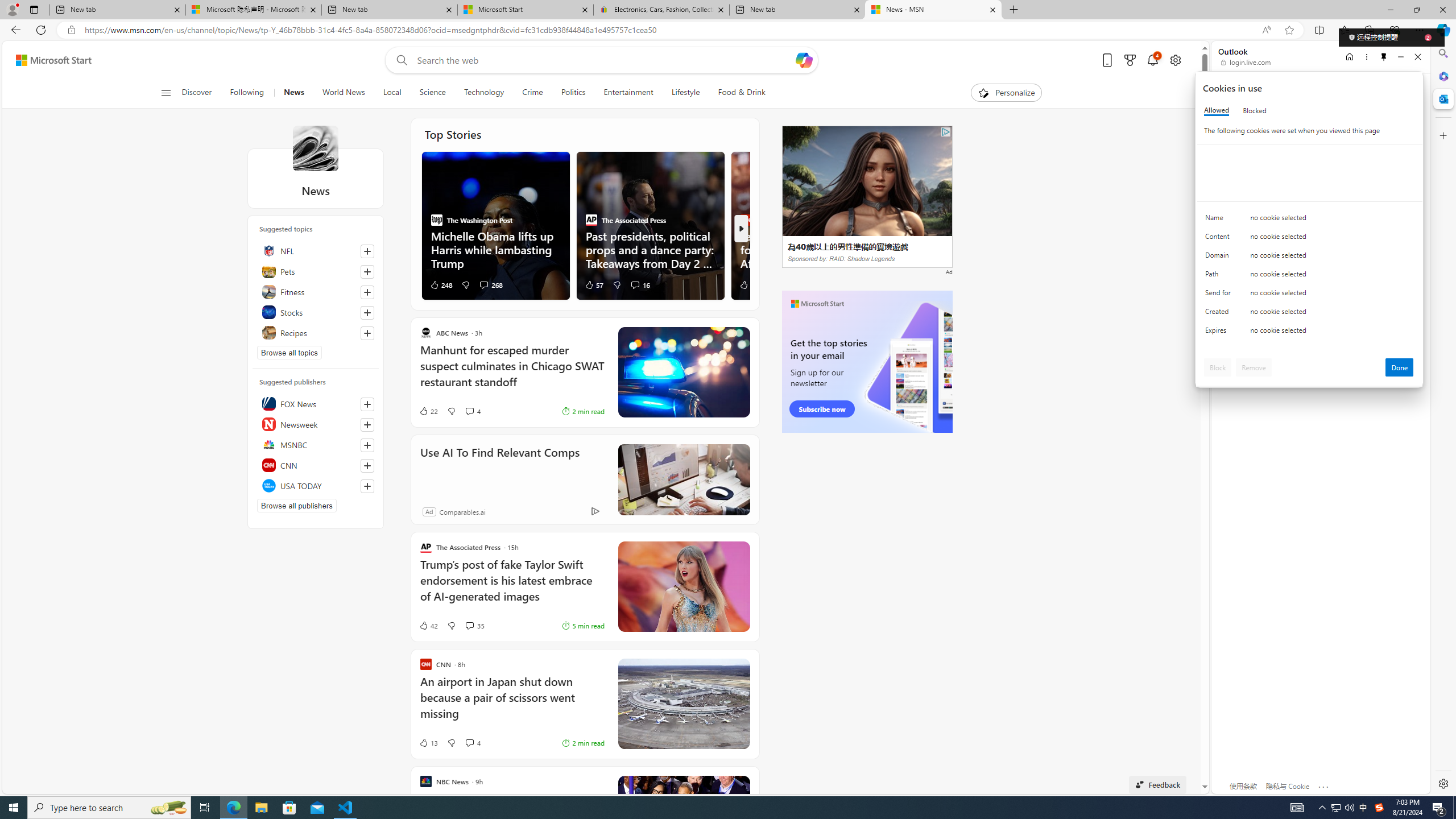 This screenshot has height=819, width=1456. Describe the element at coordinates (628, 92) in the screenshot. I see `'Entertainment'` at that location.